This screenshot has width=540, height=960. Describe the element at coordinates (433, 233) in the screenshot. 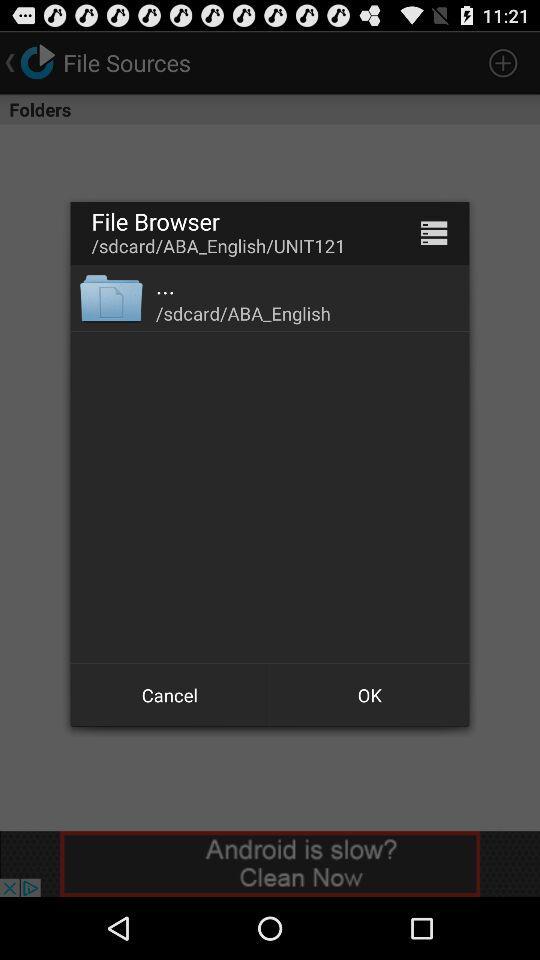

I see `the app above /sdcard/aba_english item` at that location.